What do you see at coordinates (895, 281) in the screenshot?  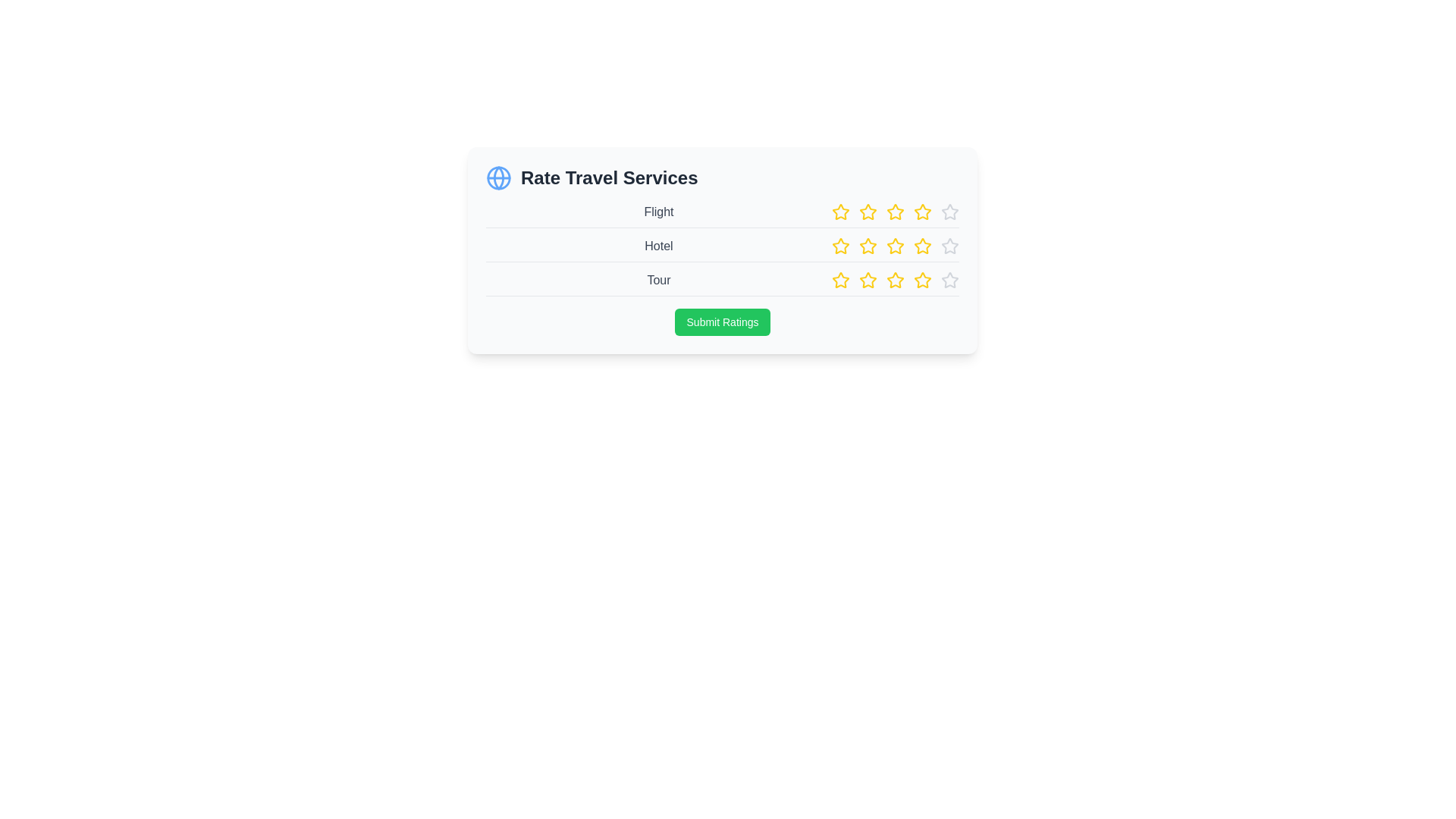 I see `the third star icon` at bounding box center [895, 281].